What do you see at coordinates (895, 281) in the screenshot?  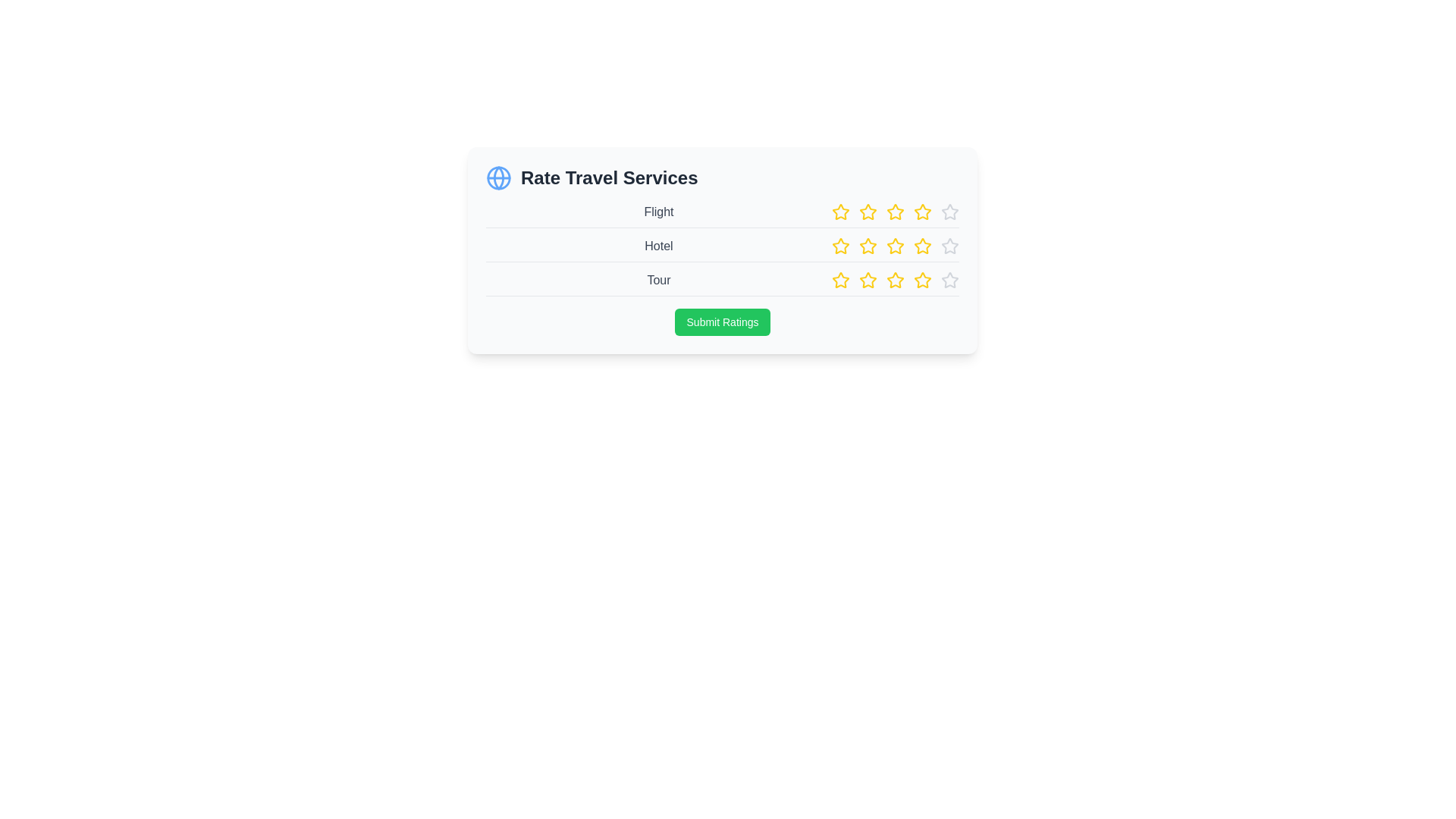 I see `the third star icon` at bounding box center [895, 281].